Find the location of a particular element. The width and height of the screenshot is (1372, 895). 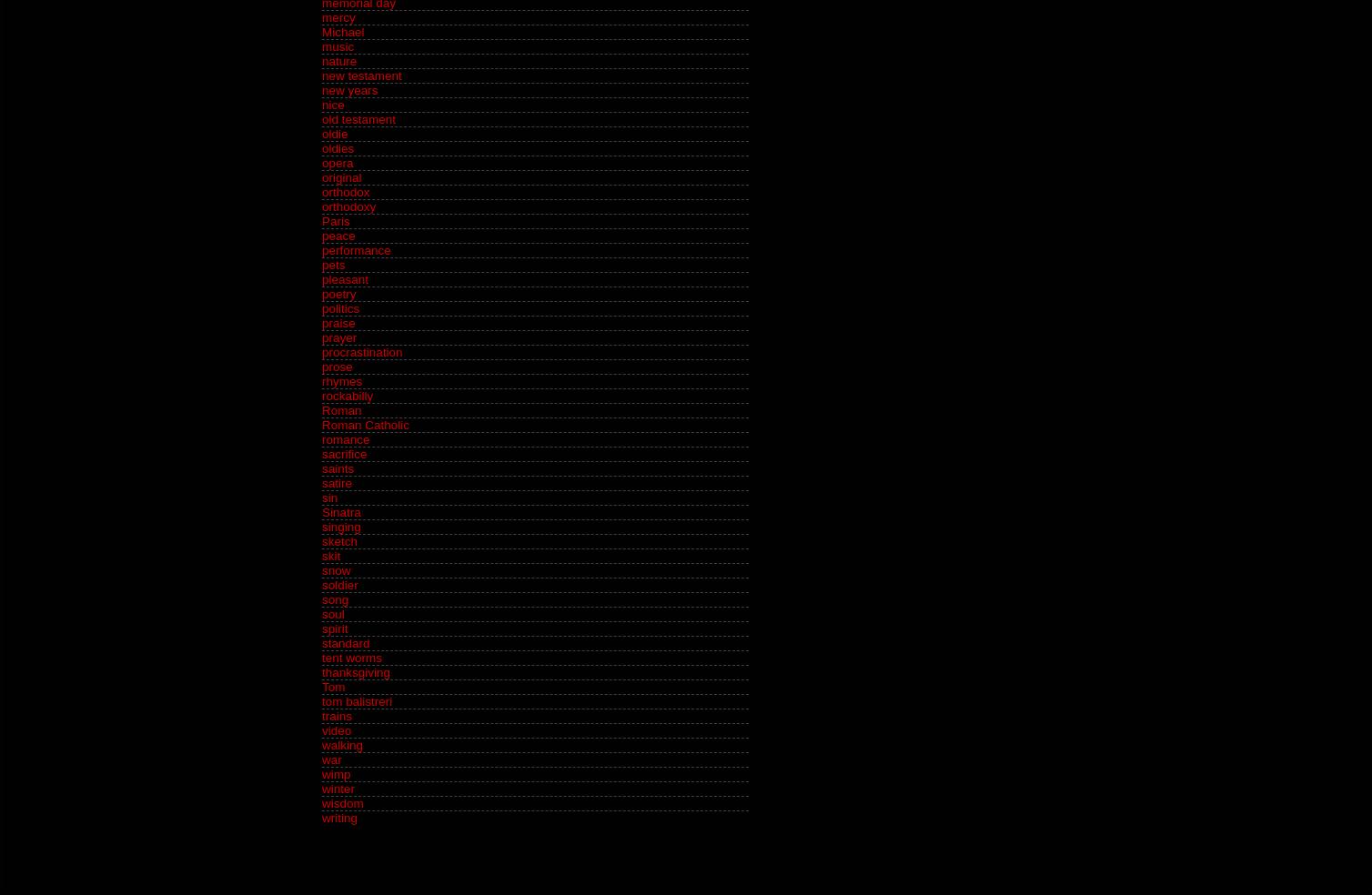

'sin' is located at coordinates (328, 497).